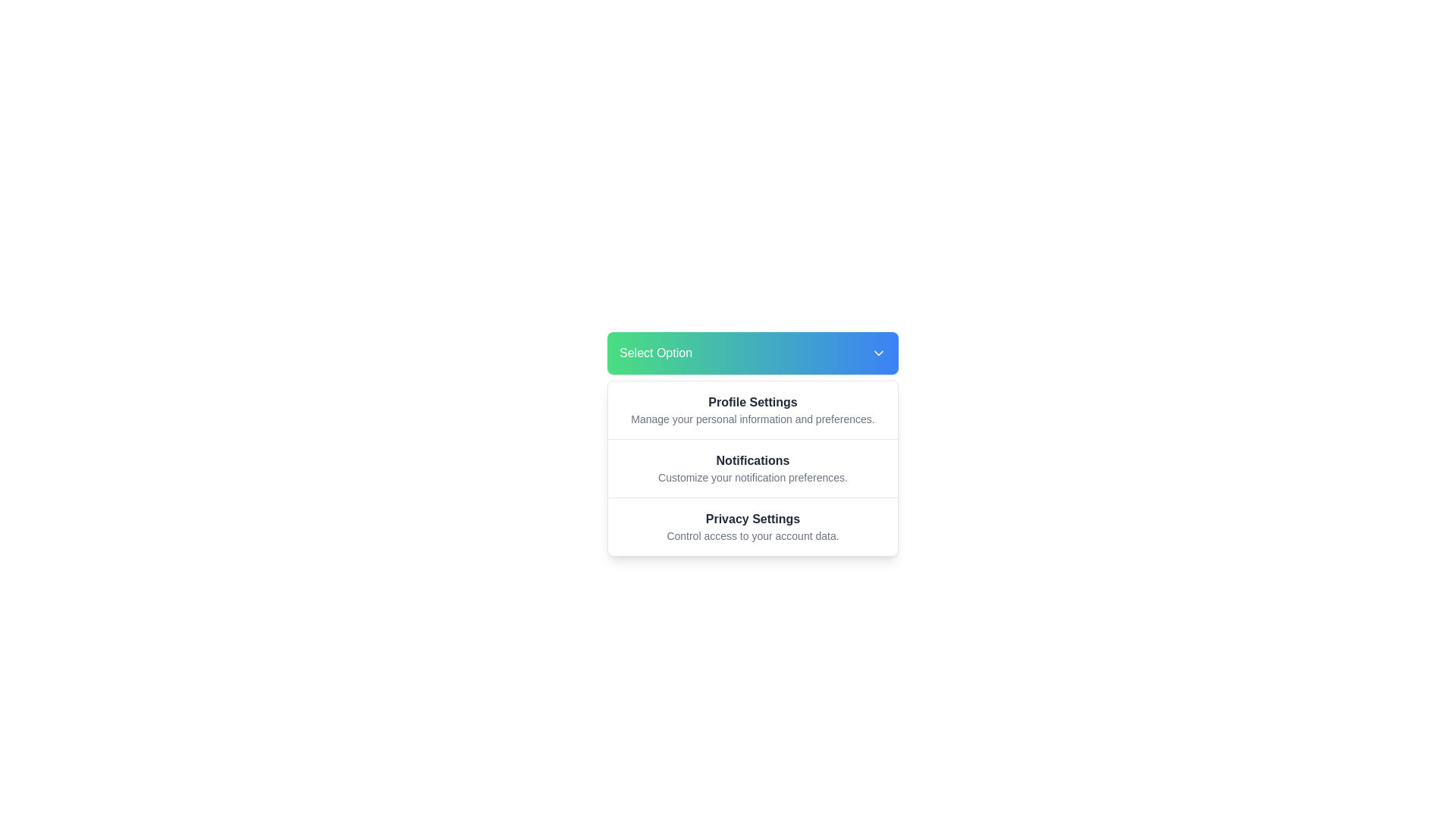 Image resolution: width=1456 pixels, height=819 pixels. What do you see at coordinates (753, 467) in the screenshot?
I see `the highlighted 'Notifications' option in the interactive list item` at bounding box center [753, 467].